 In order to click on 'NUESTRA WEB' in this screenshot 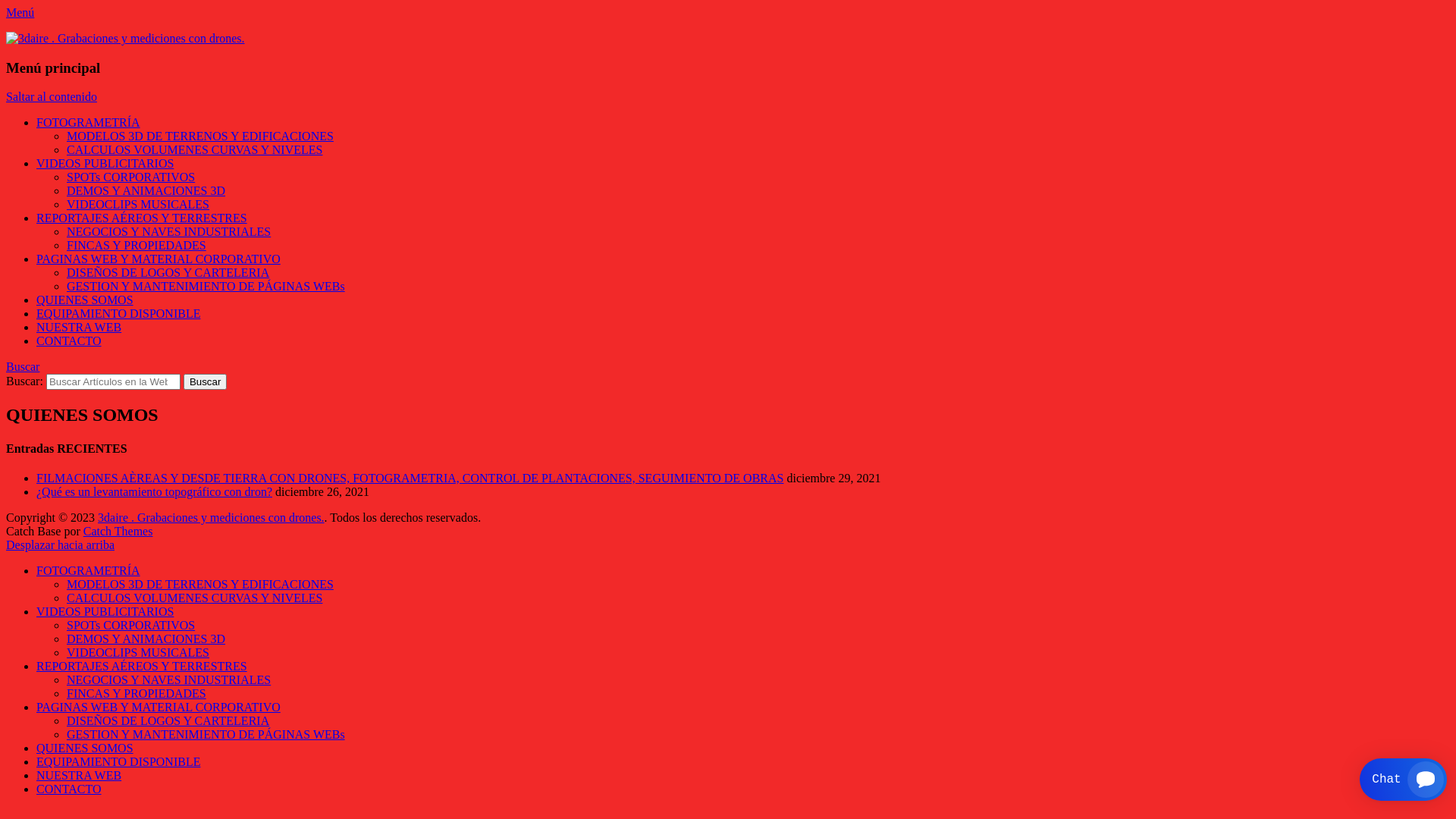, I will do `click(78, 326)`.